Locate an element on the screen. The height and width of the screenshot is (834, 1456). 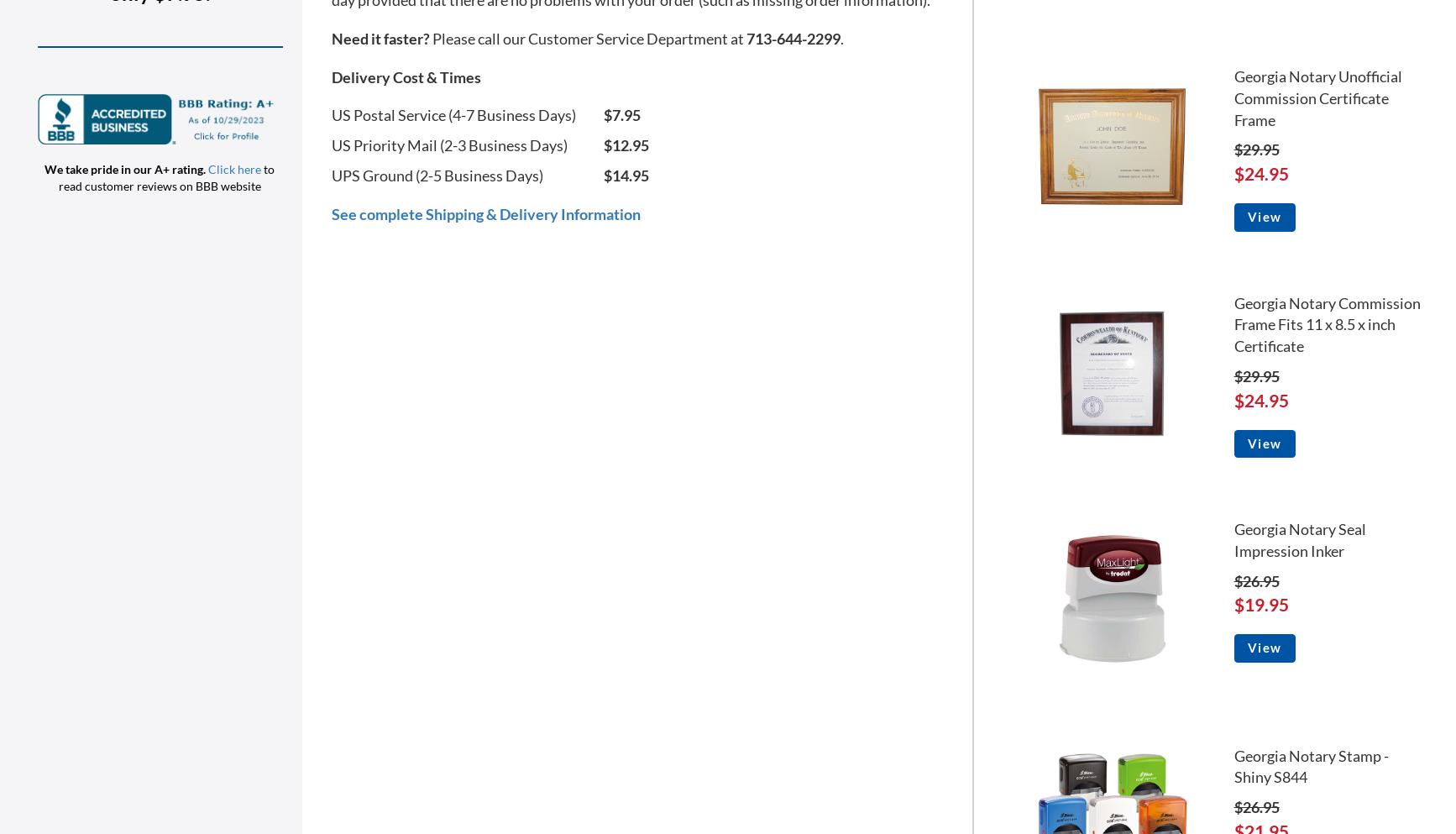
'$7.95' is located at coordinates (621, 115).